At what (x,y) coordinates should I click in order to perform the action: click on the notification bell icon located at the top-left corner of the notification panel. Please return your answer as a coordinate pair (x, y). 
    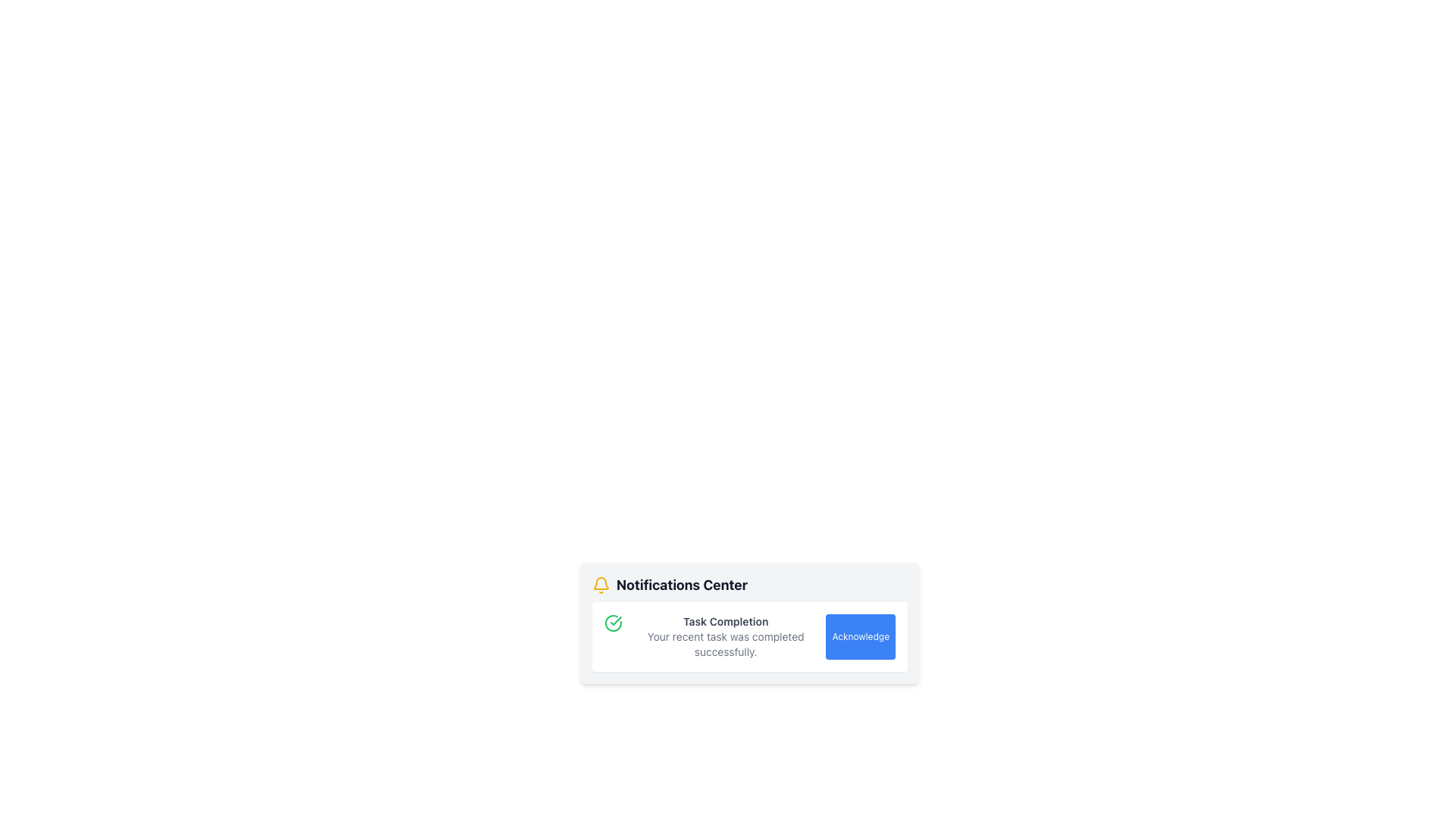
    Looking at the image, I should click on (600, 582).